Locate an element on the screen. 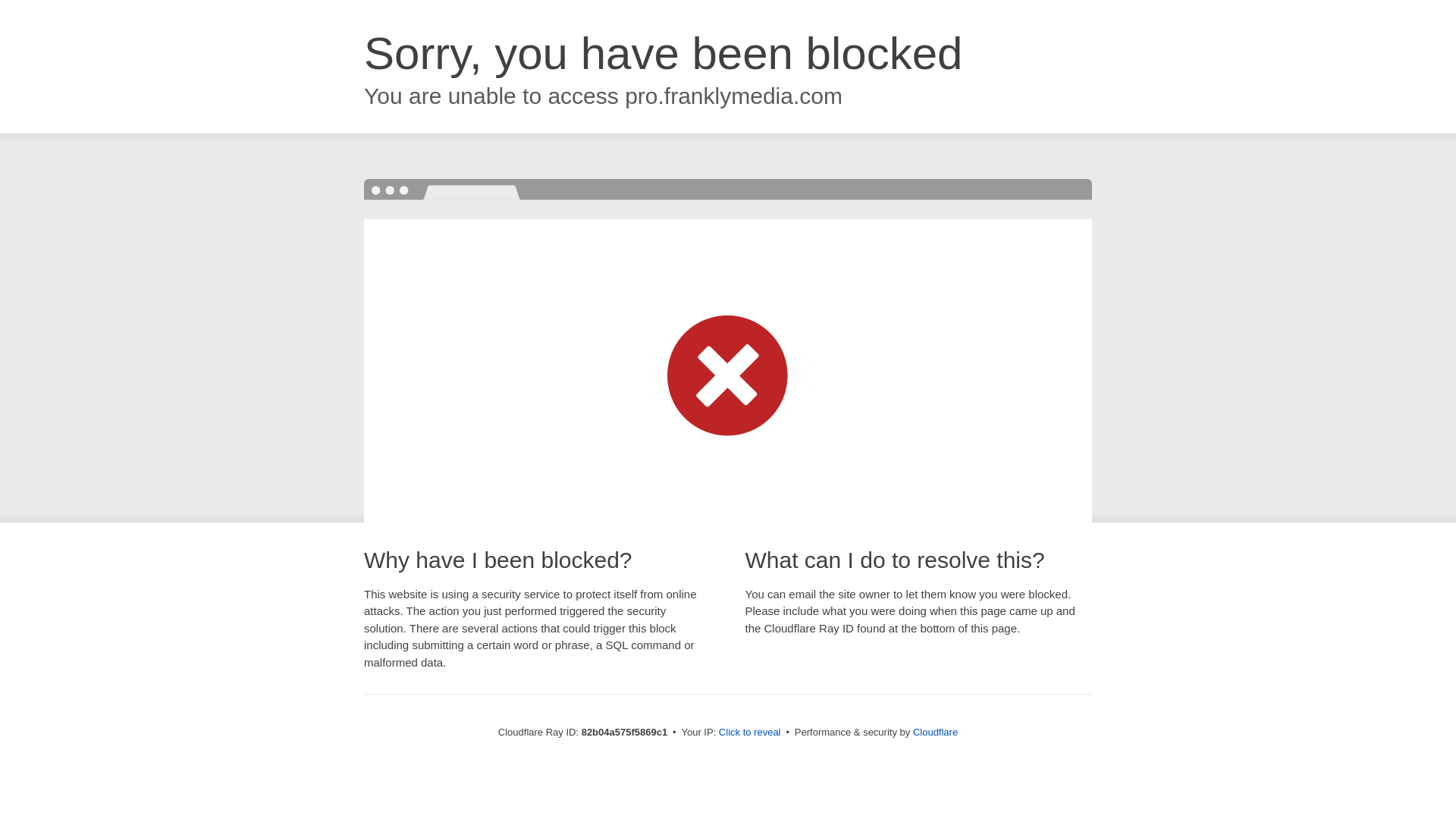 The image size is (1456, 819). 'Click to reveal' is located at coordinates (749, 731).